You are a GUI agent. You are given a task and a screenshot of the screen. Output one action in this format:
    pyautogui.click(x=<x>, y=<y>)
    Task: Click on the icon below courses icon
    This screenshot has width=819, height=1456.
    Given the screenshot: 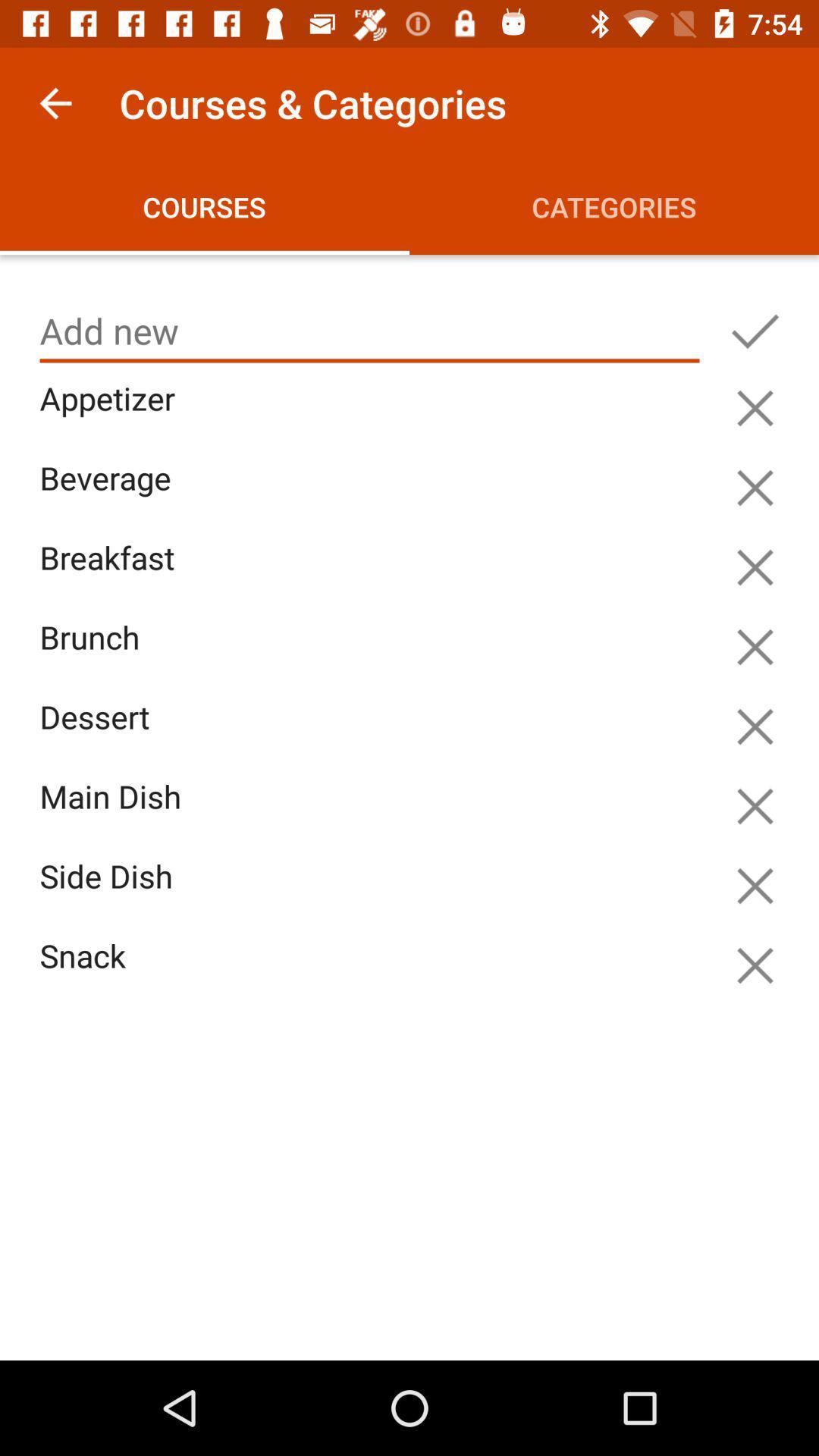 What is the action you would take?
    pyautogui.click(x=369, y=331)
    